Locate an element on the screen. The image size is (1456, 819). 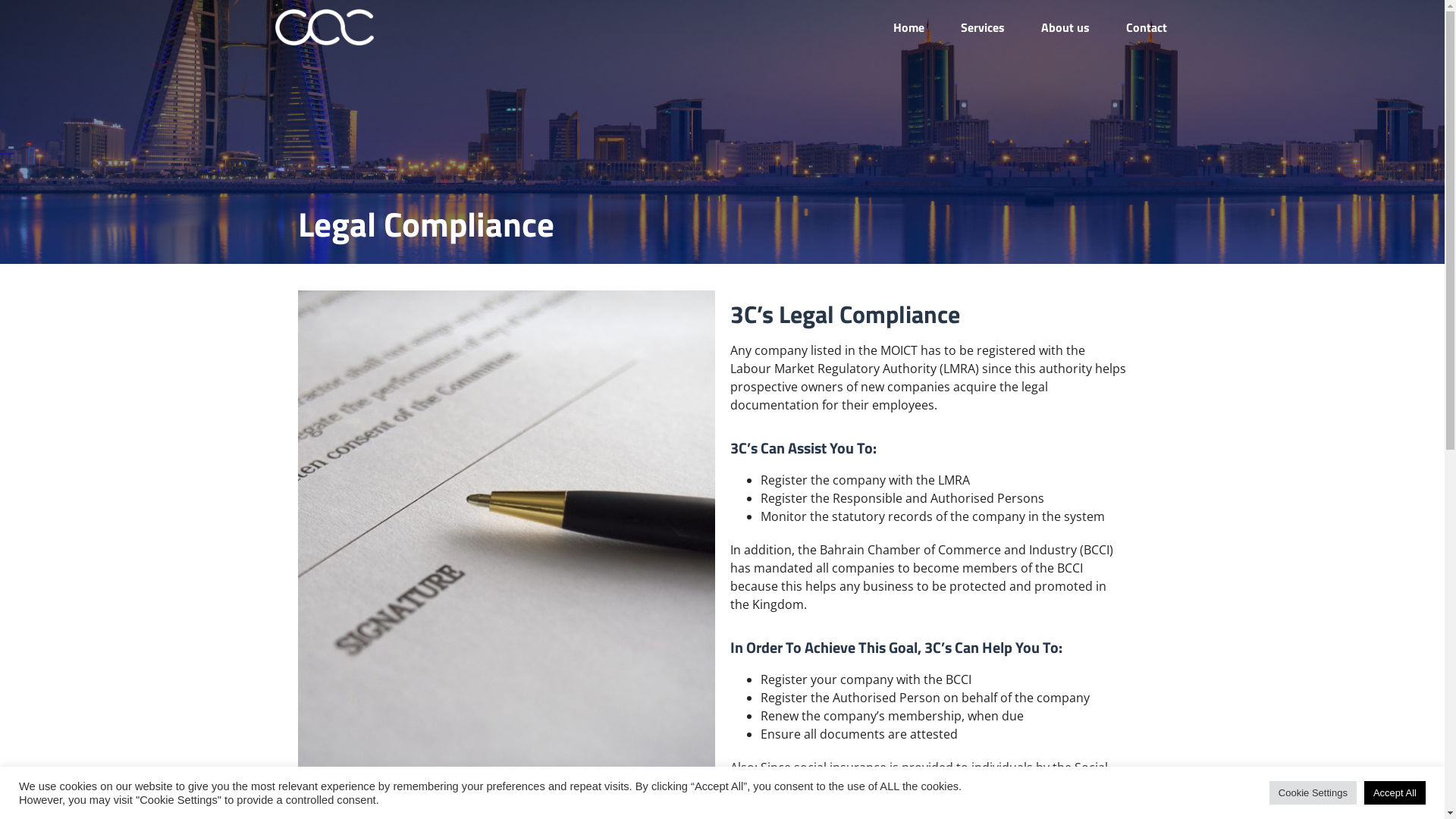
'About us' is located at coordinates (1037, 27).